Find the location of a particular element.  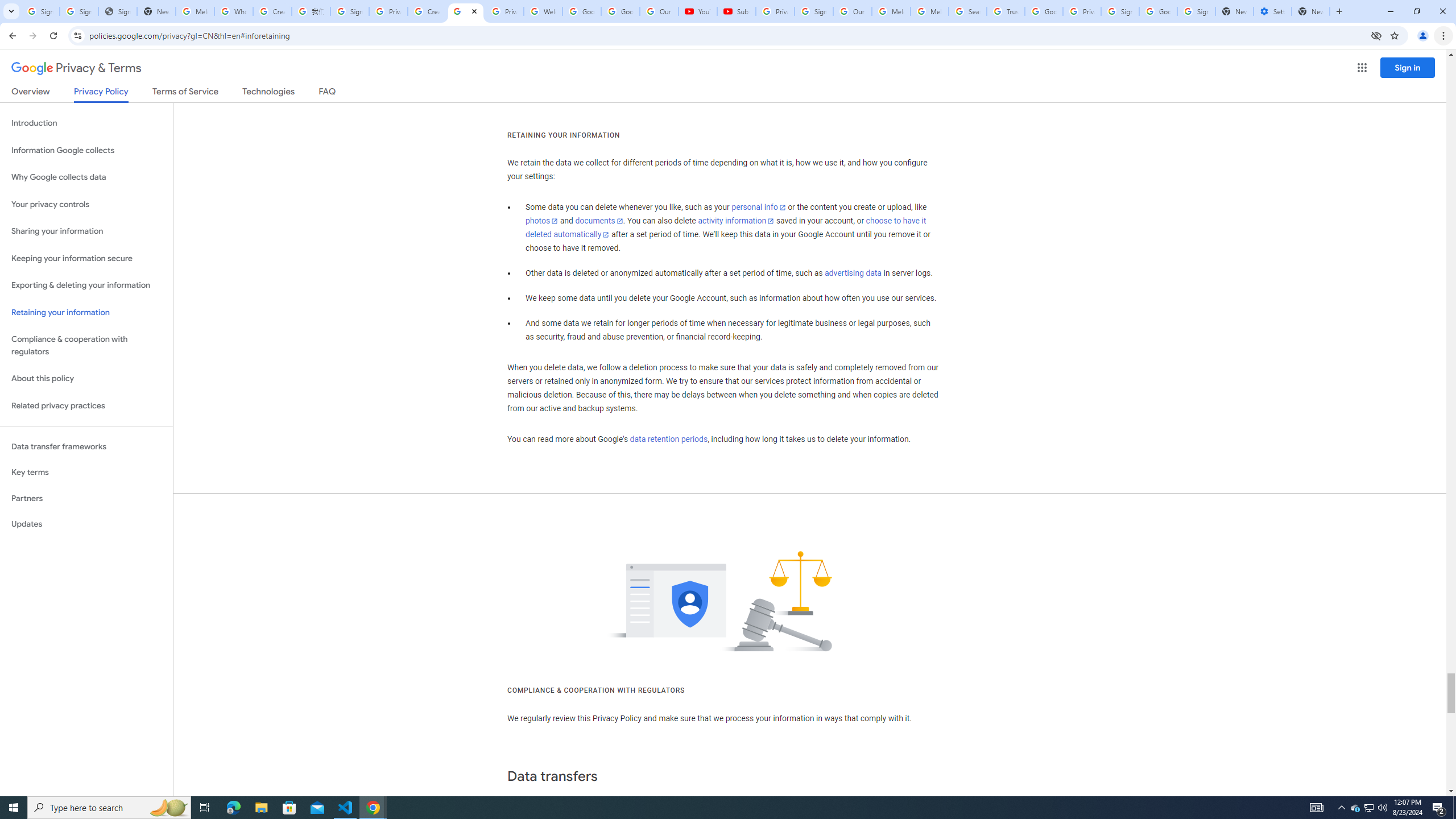

'Third-party cookies blocked' is located at coordinates (1376, 35).